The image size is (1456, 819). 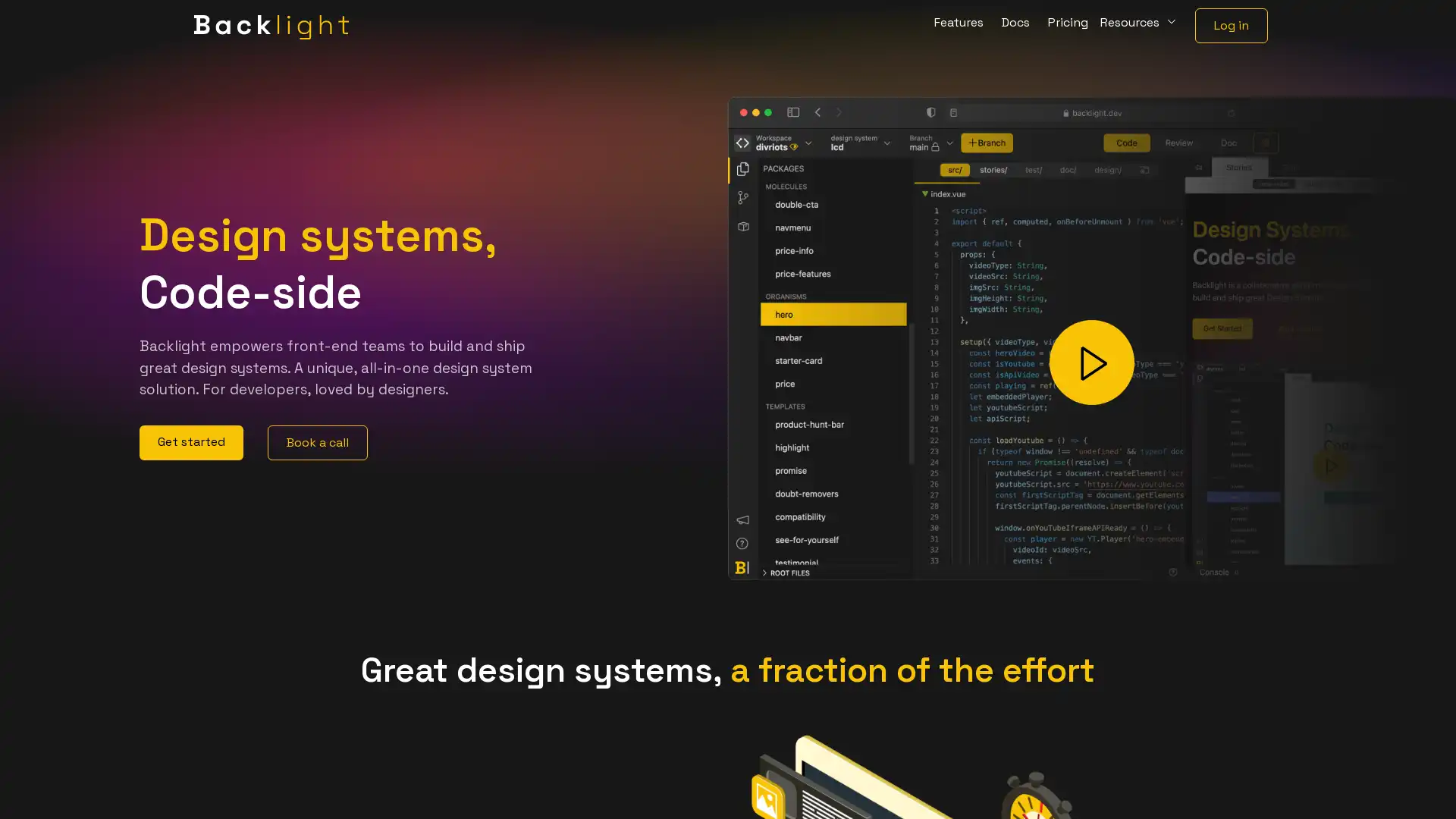 What do you see at coordinates (1092, 362) in the screenshot?
I see `Play button` at bounding box center [1092, 362].